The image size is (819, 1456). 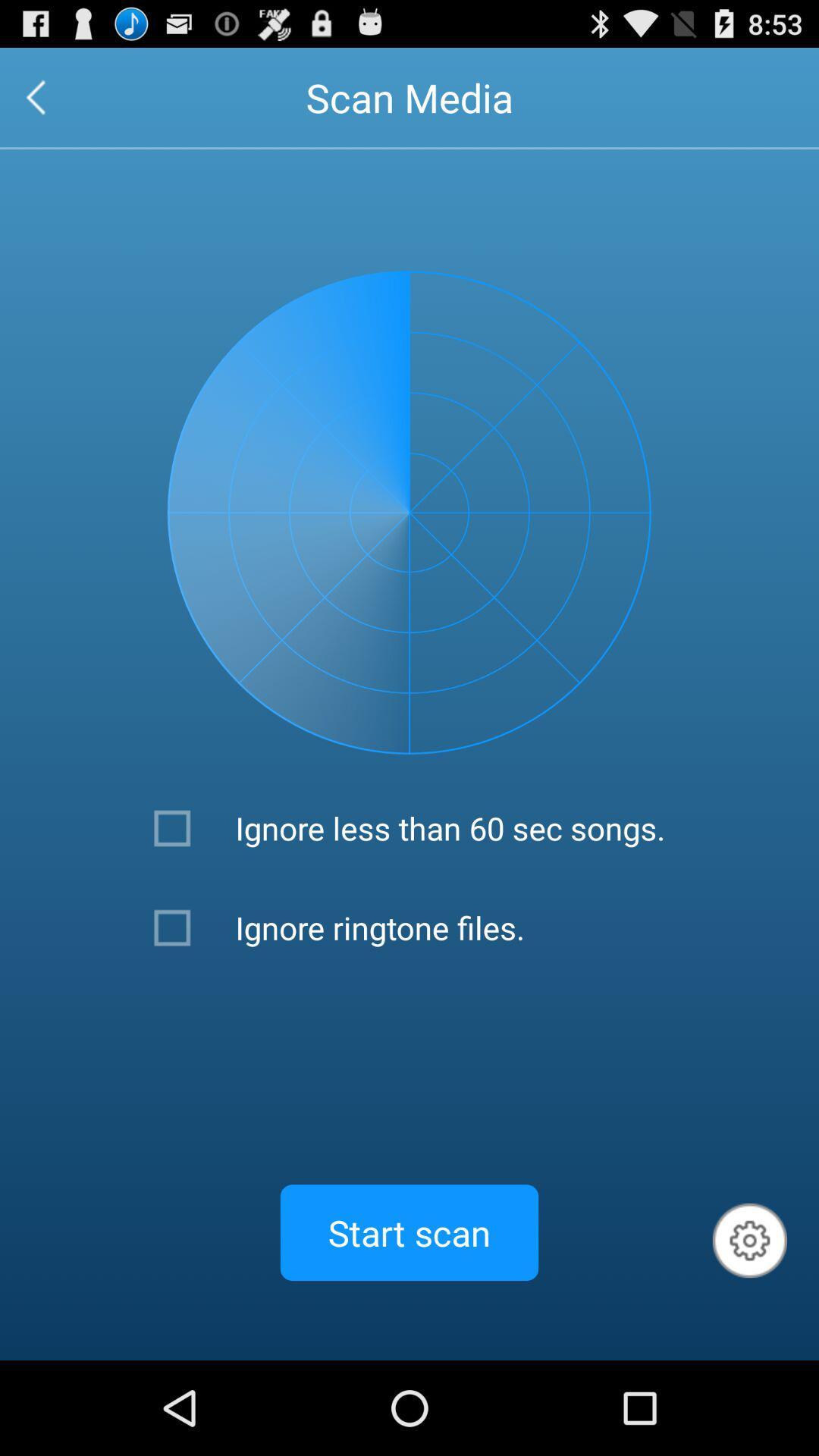 I want to click on the settings icon, so click(x=748, y=1327).